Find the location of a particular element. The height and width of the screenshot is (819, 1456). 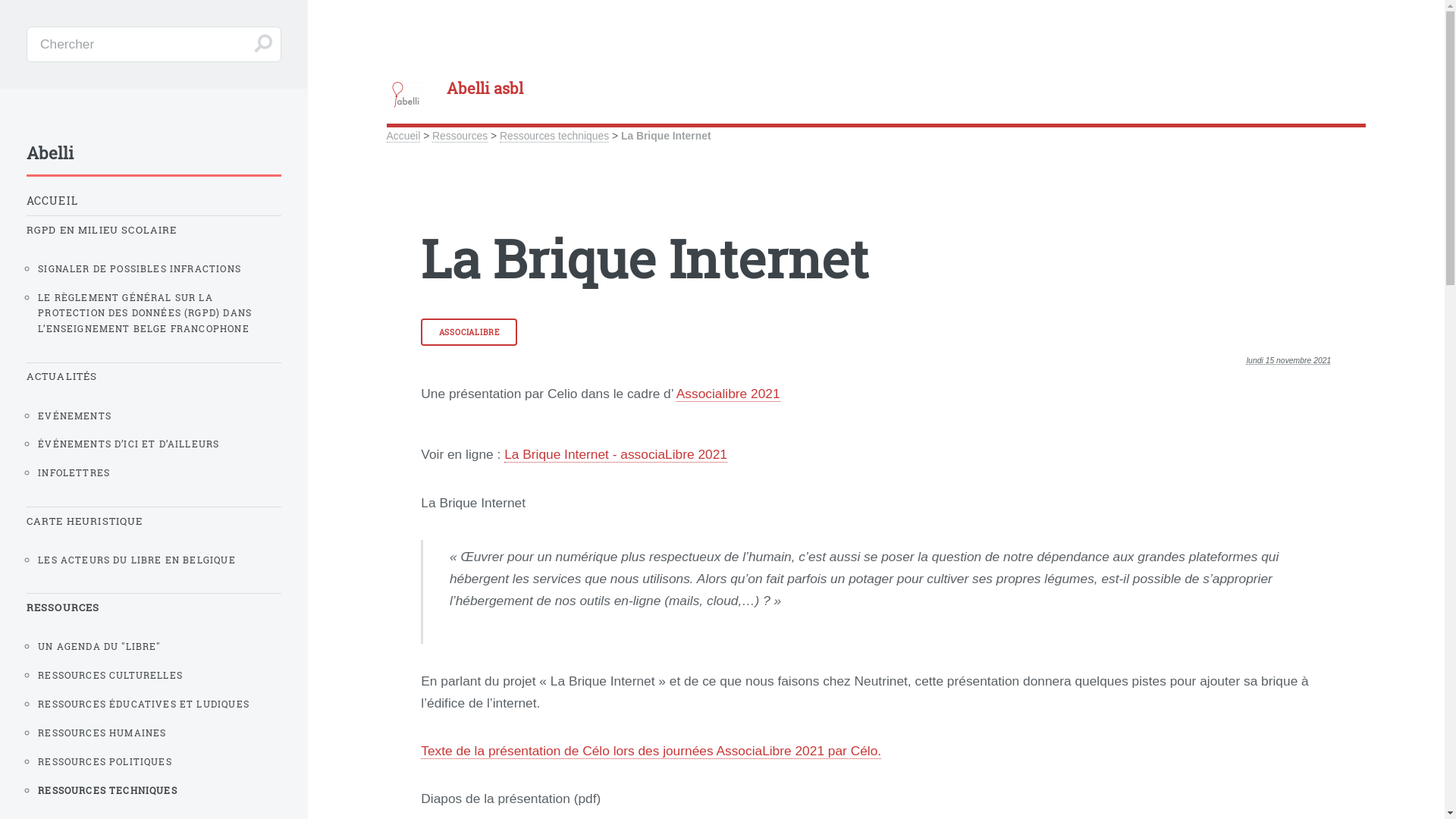

'Ressources' is located at coordinates (459, 135).